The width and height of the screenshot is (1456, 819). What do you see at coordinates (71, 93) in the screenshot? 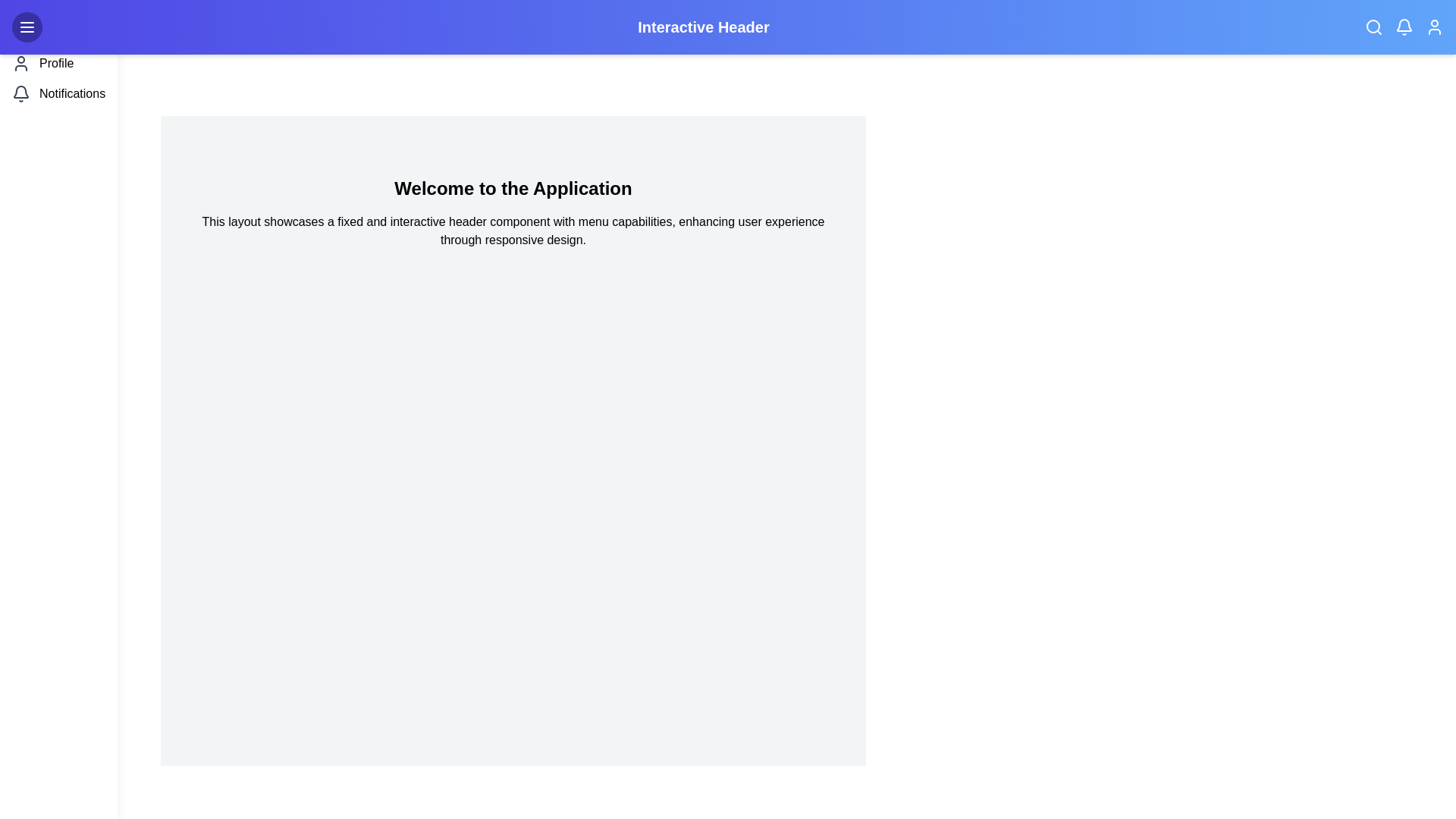
I see `the notifications text label located to the right of the bell icon in the sidebar, beneath the 'Profile' option` at bounding box center [71, 93].